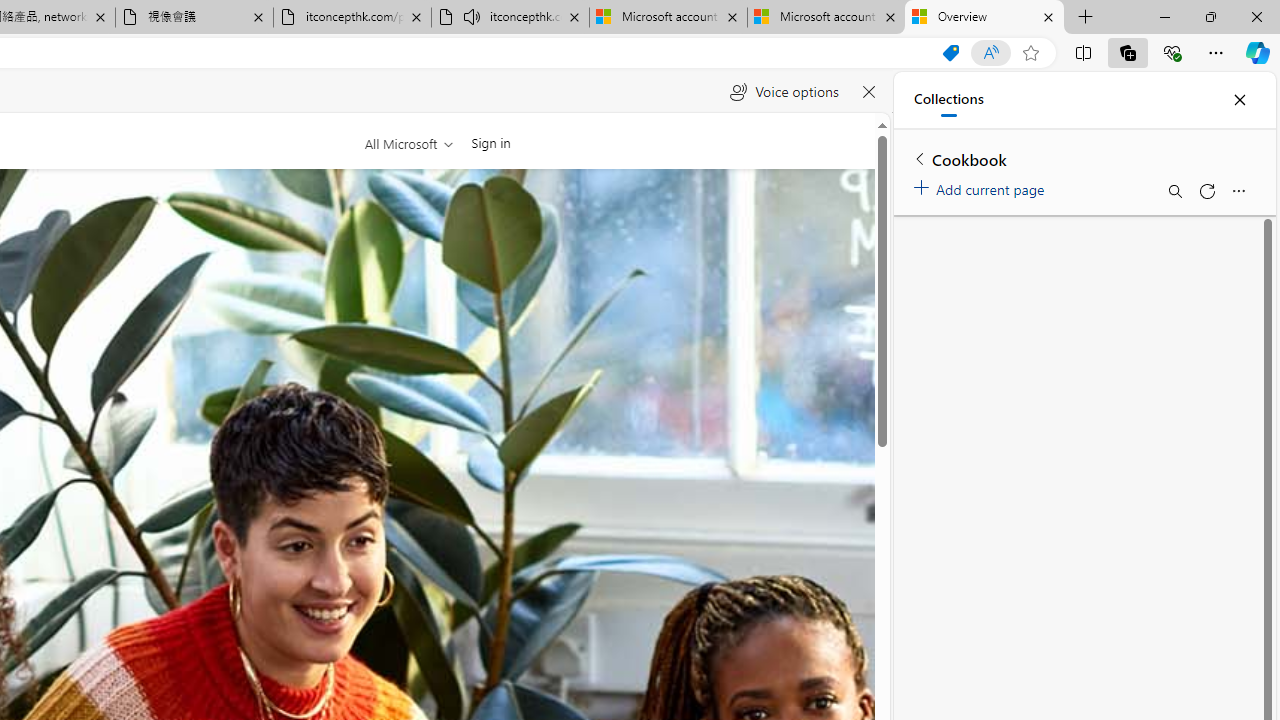  I want to click on 'Mute tab', so click(470, 16).